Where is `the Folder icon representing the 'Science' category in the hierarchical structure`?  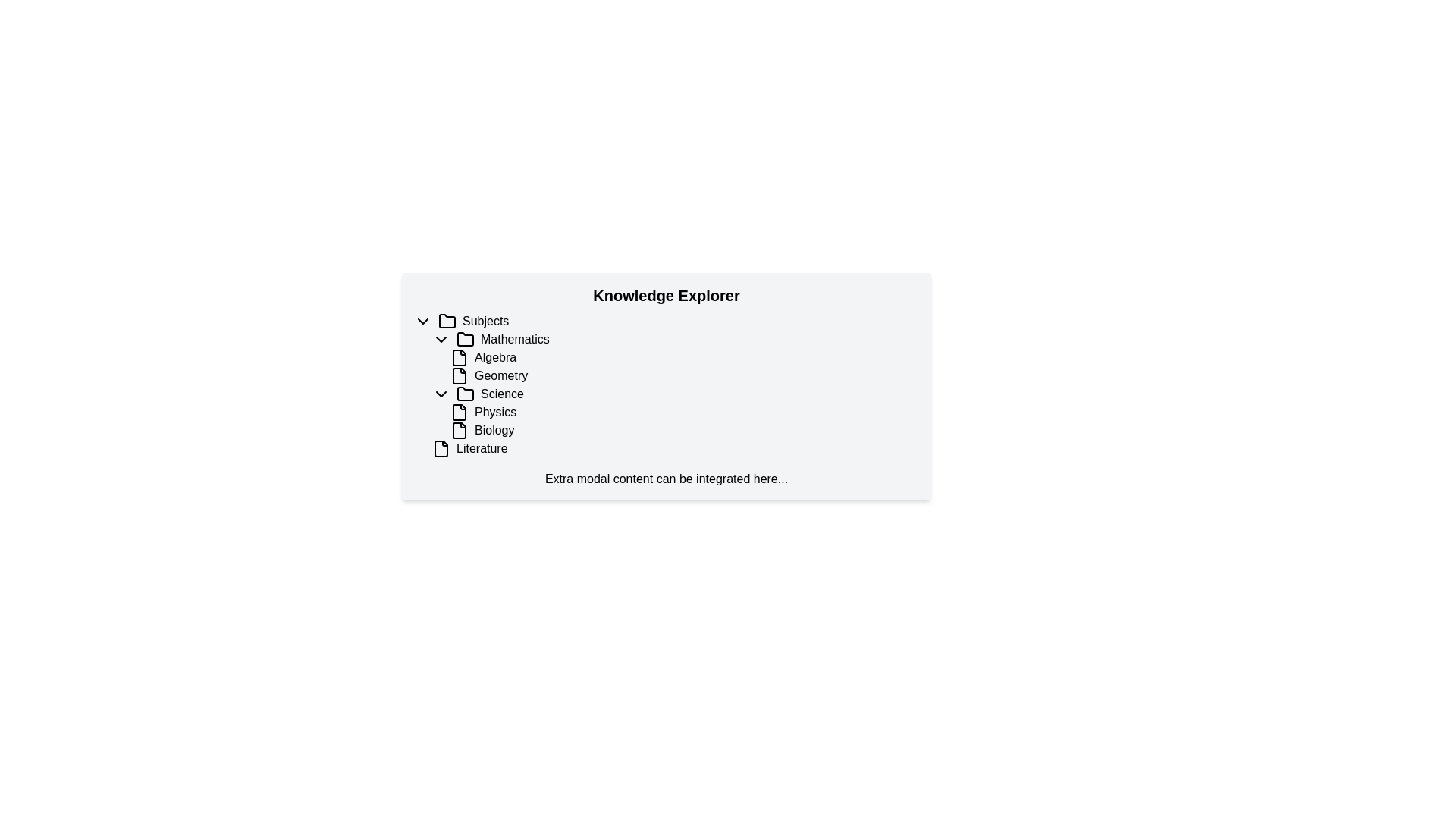 the Folder icon representing the 'Science' category in the hierarchical structure is located at coordinates (465, 393).